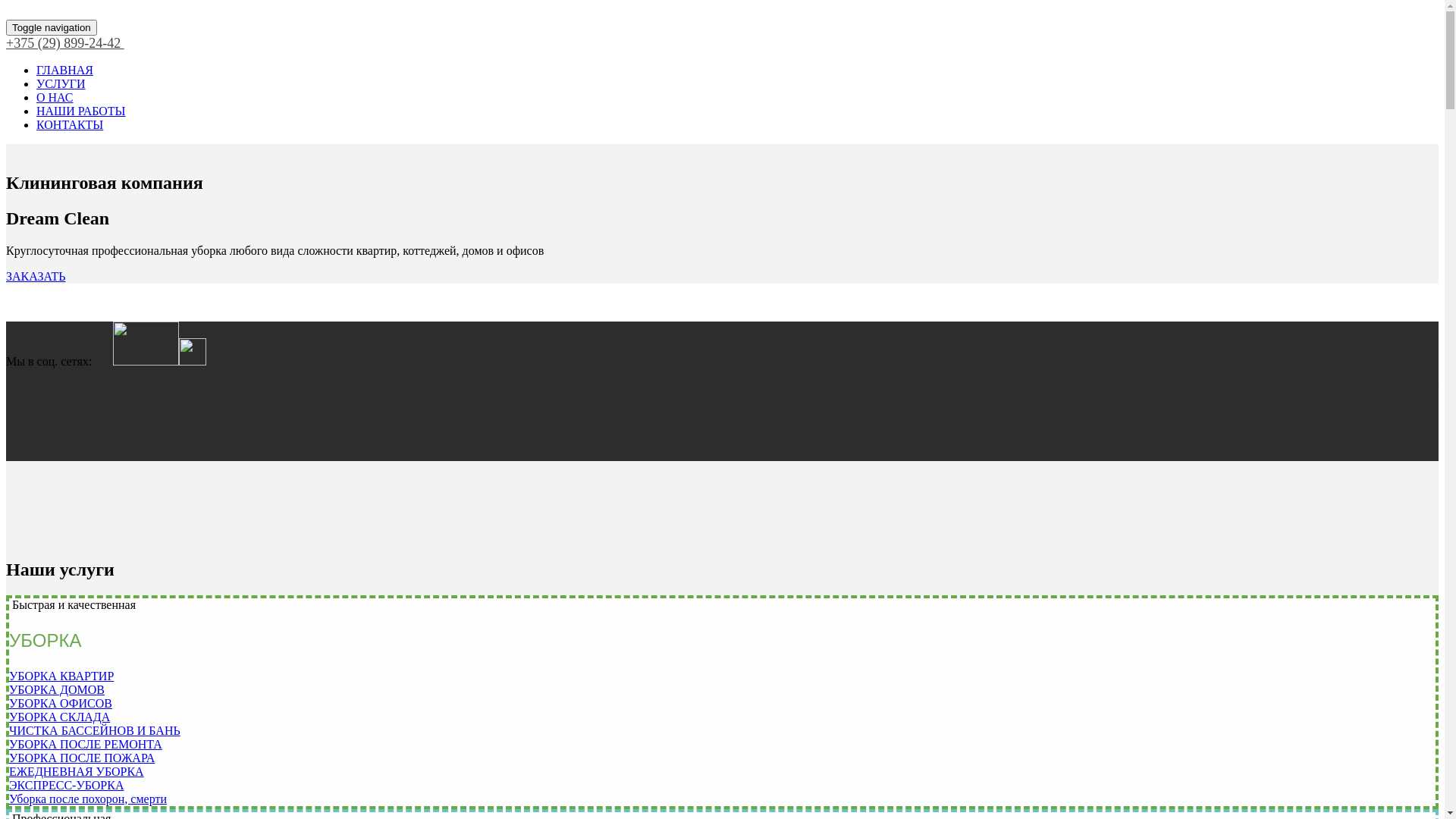 This screenshot has width=1456, height=819. Describe the element at coordinates (6, 27) in the screenshot. I see `'Toggle navigation'` at that location.